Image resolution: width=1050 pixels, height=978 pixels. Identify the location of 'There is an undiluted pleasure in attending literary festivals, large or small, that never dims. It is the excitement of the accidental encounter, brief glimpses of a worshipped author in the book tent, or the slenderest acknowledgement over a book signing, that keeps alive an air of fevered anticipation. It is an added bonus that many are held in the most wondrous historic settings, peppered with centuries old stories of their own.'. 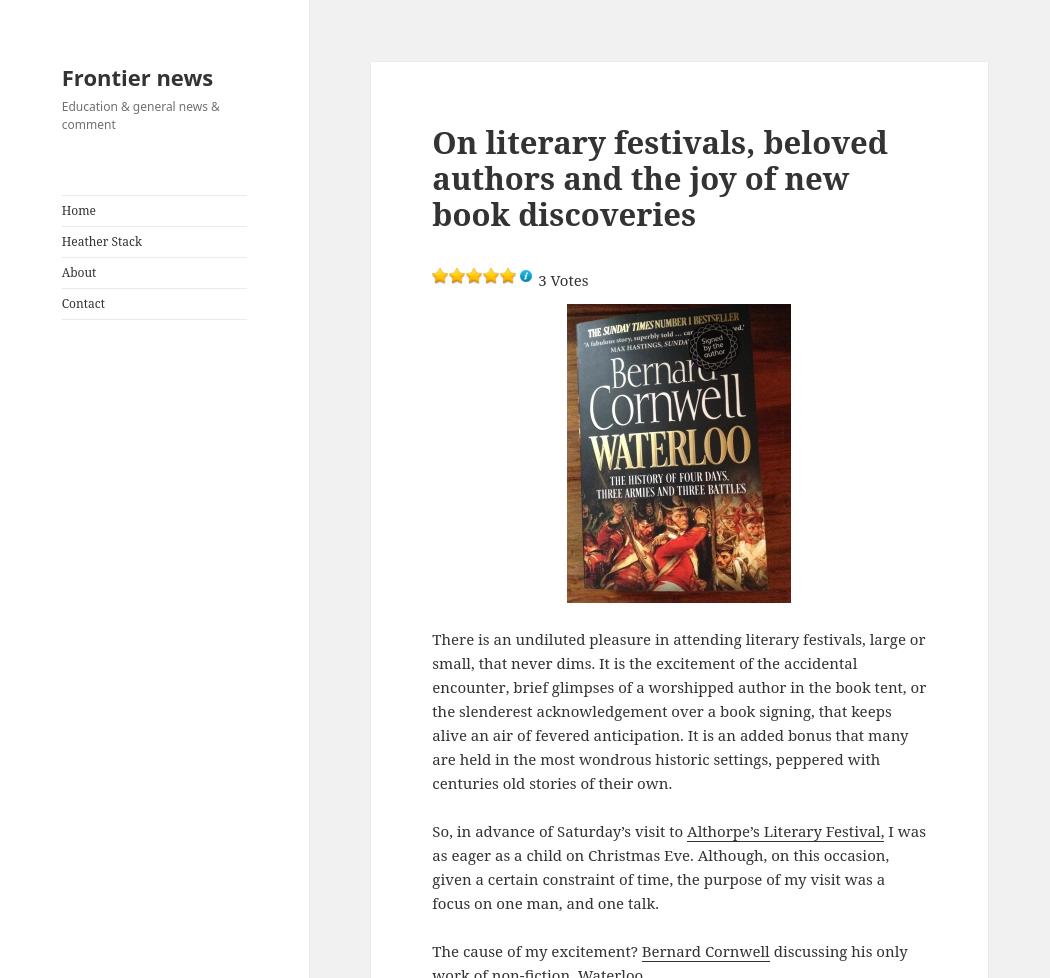
(679, 710).